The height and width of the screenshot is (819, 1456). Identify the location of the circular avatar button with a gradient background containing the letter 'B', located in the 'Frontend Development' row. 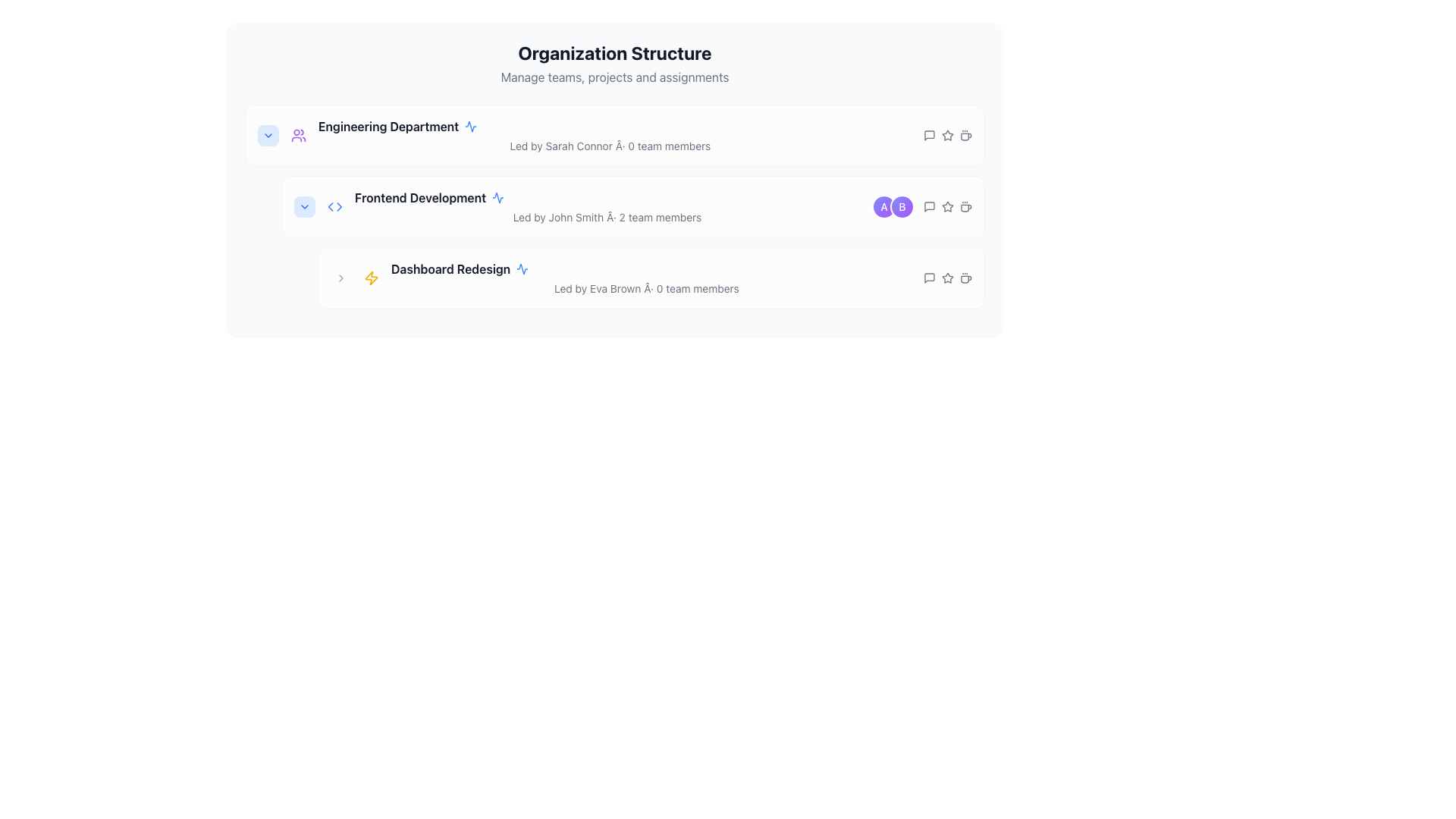
(902, 207).